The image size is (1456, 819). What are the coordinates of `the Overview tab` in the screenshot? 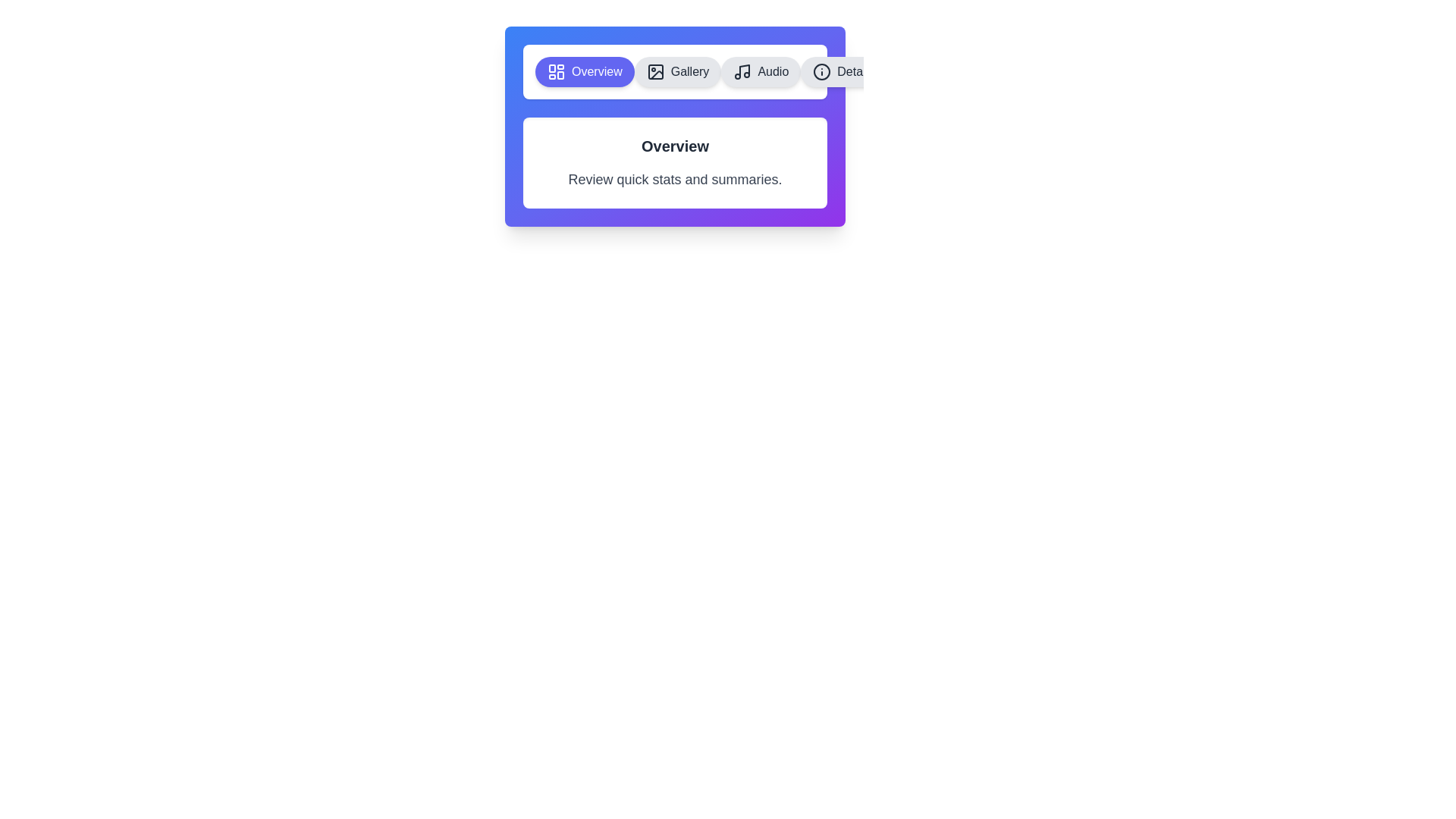 It's located at (584, 72).